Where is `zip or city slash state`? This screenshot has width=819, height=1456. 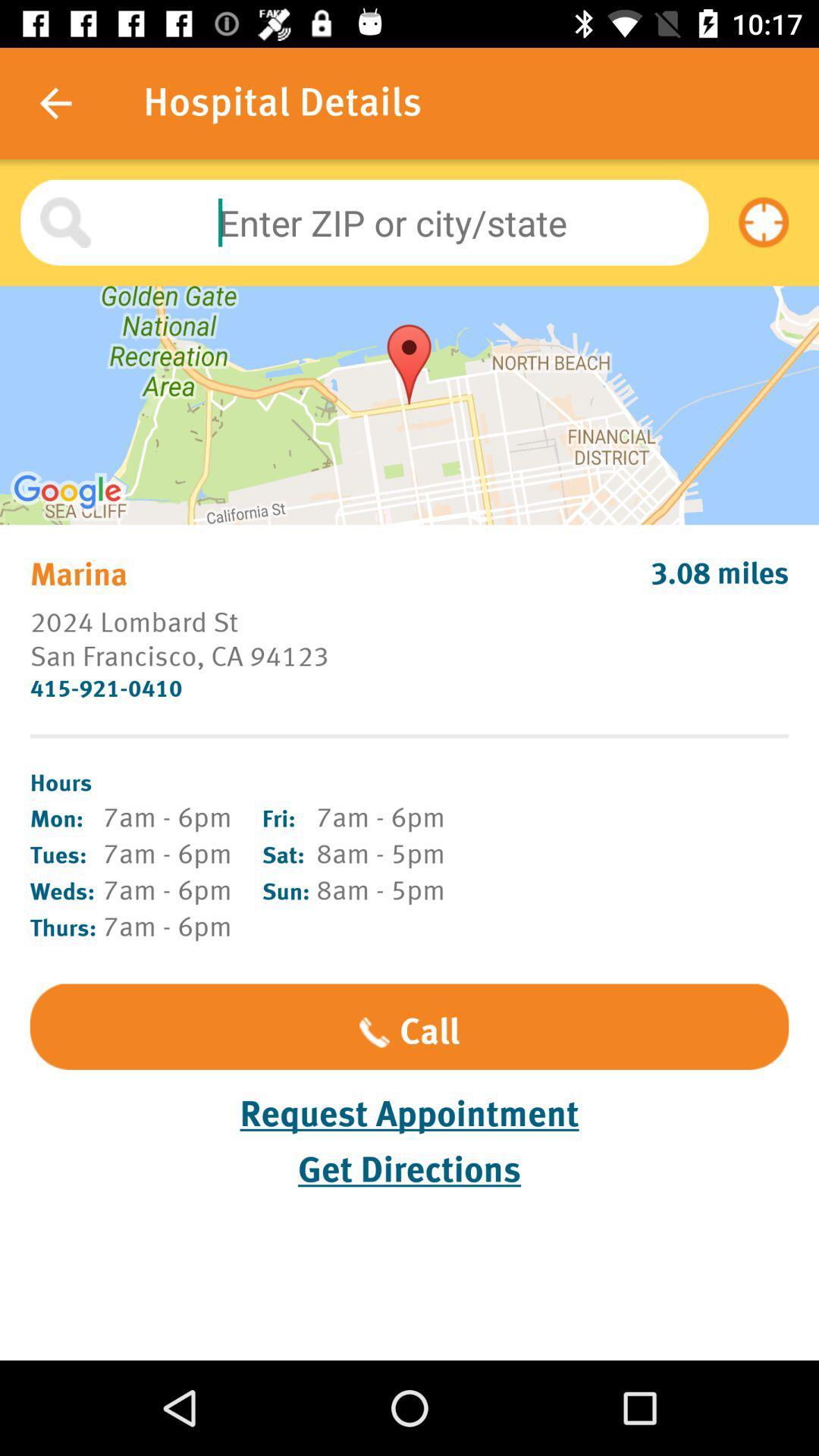 zip or city slash state is located at coordinates (364, 221).